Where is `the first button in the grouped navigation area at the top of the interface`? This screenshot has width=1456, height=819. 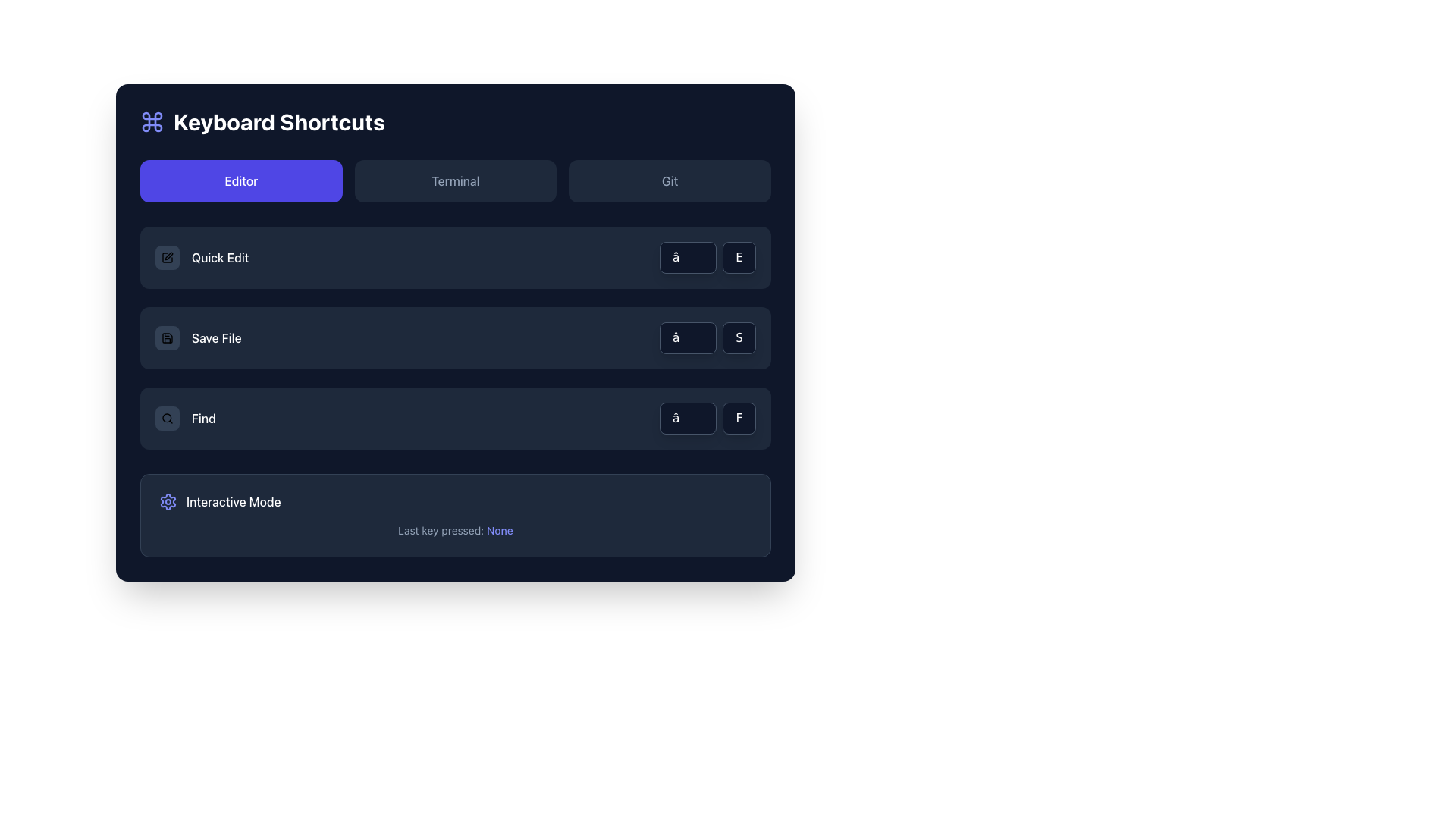
the first button in the grouped navigation area at the top of the interface is located at coordinates (240, 180).